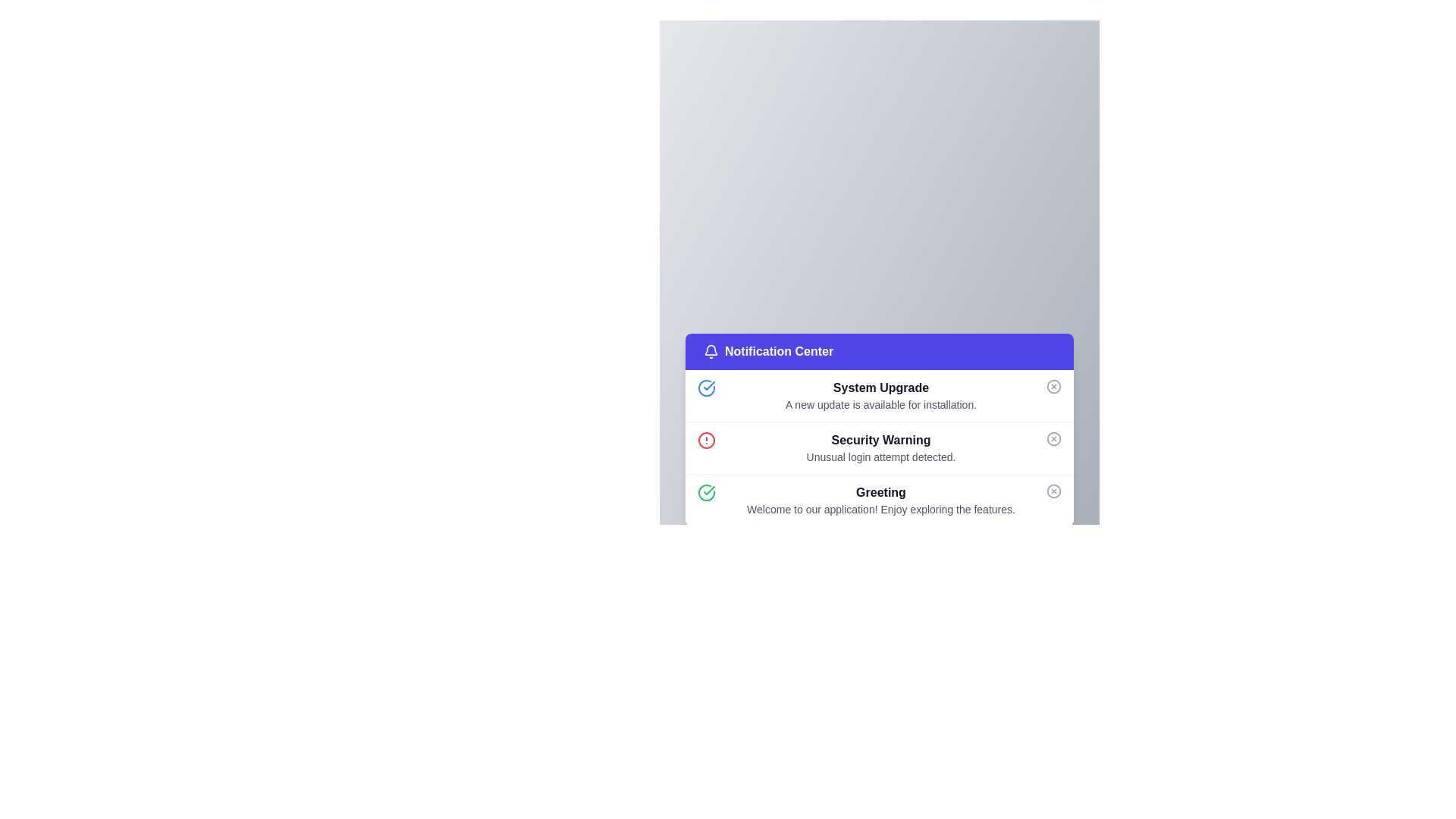  I want to click on the bolded text label 'System Upgrade' located in the Notification Center, which is positioned at the upper part of the notification card, so click(880, 388).